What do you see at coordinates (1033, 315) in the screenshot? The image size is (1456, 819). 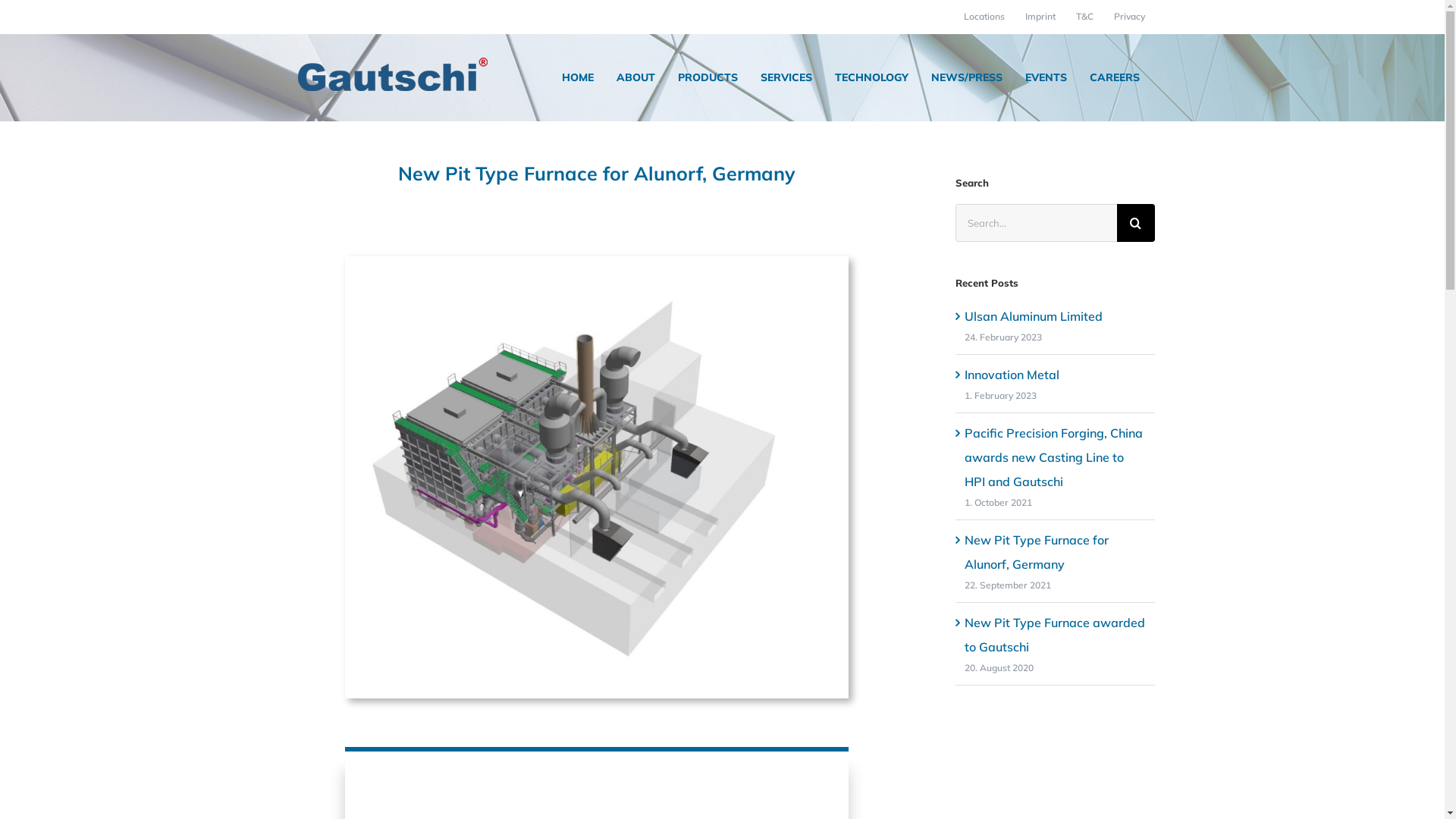 I see `'Ulsan Aluminum Limited'` at bounding box center [1033, 315].